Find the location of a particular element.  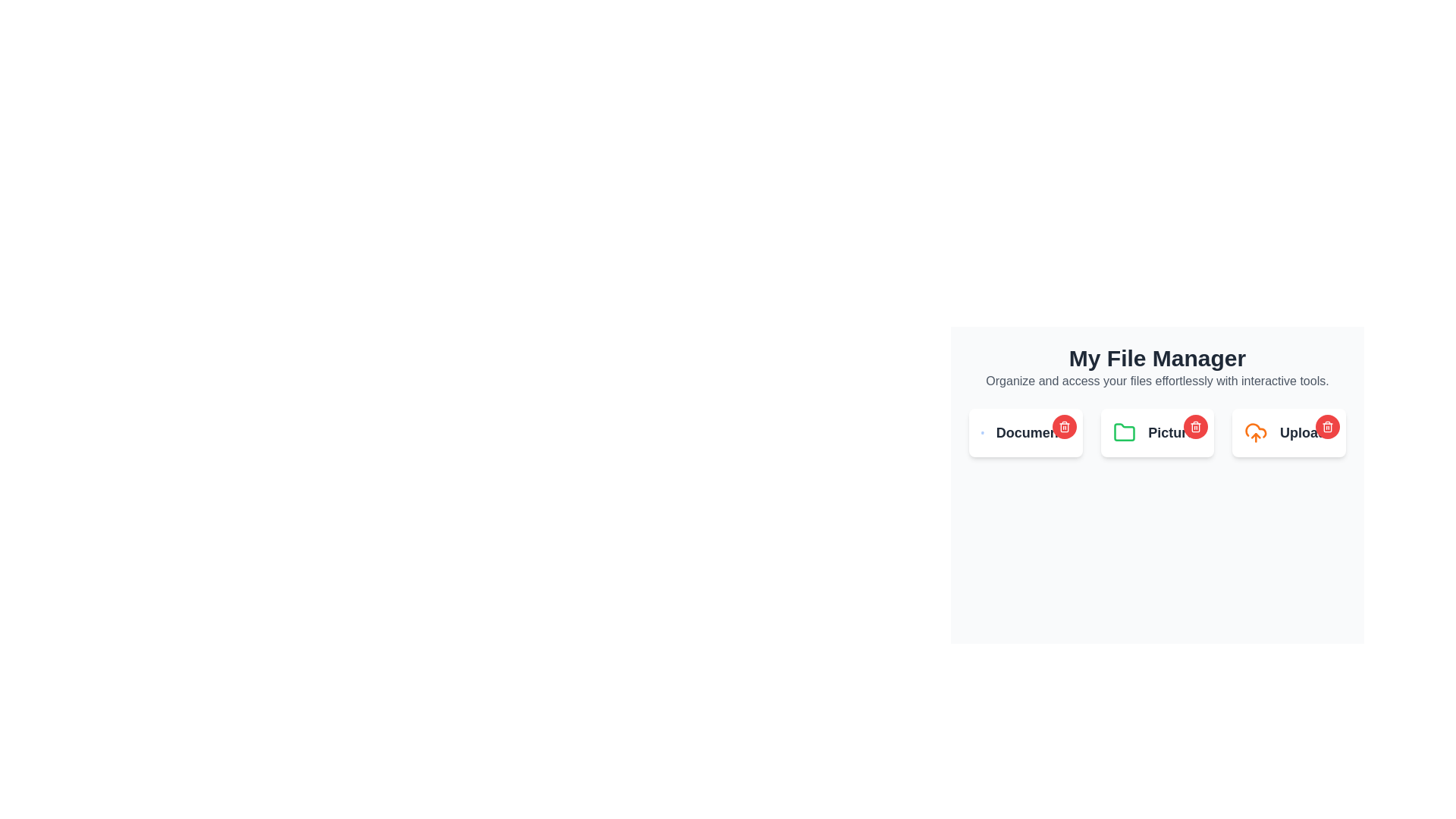

the static text label displaying the word 'Pictures', which is bold, medium-sized, and dark gray, located to the right of a green folder icon is located at coordinates (1174, 432).